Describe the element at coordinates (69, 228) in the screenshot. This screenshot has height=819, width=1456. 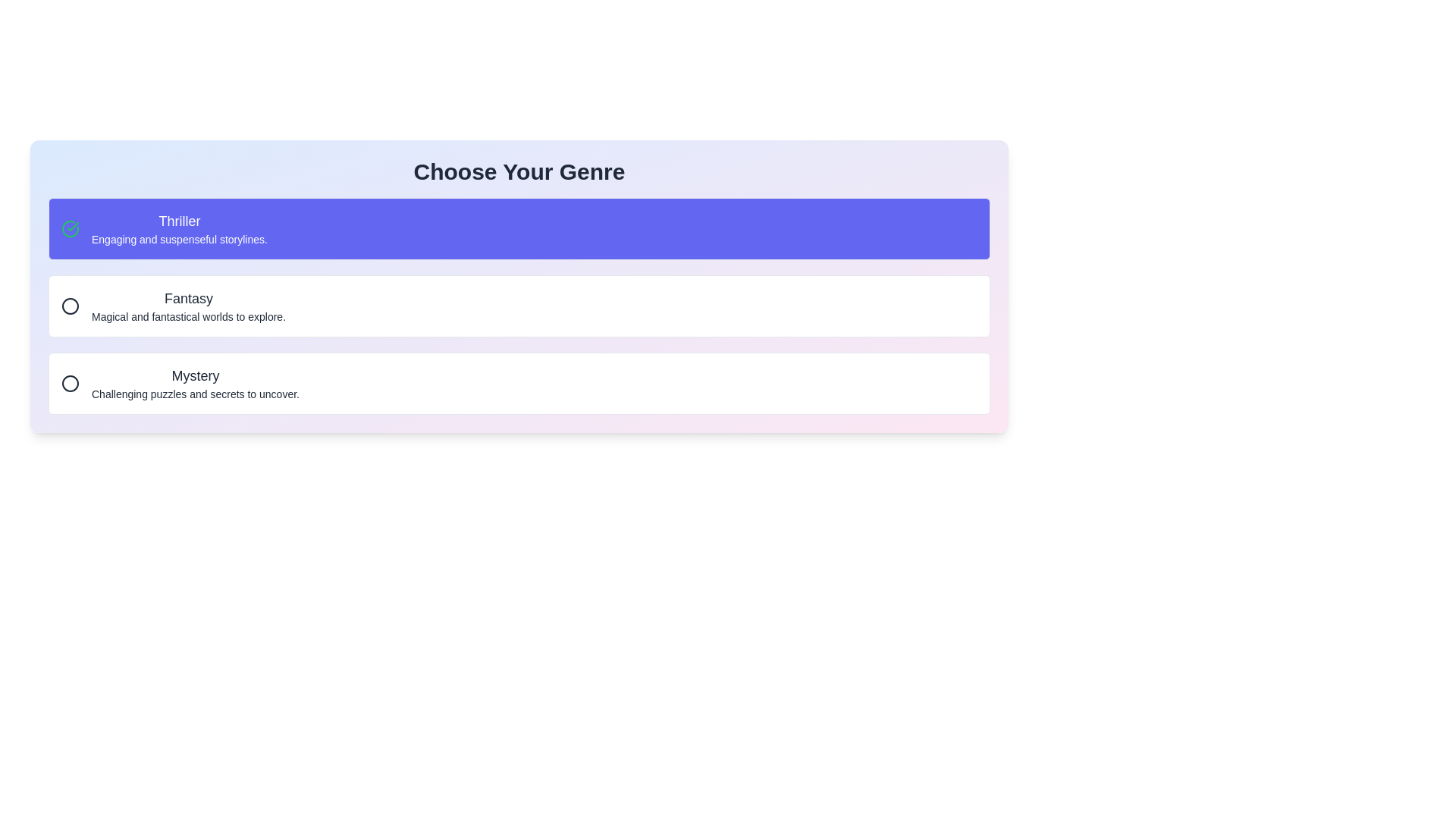
I see `the green checkmark circle icon located in the top-left region of the 'Thriller' genre label` at that location.